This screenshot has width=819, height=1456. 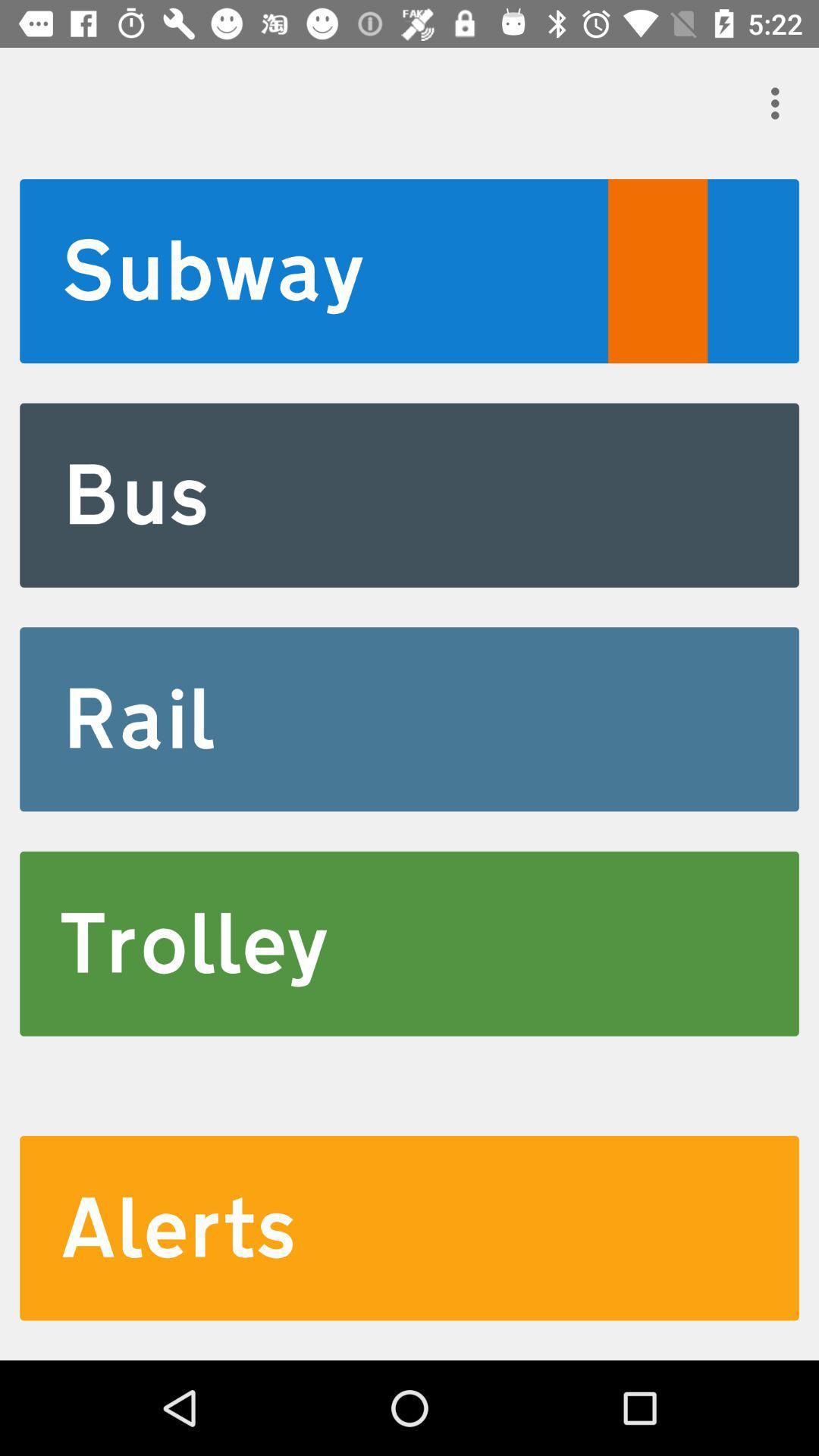 I want to click on bus item, so click(x=409, y=495).